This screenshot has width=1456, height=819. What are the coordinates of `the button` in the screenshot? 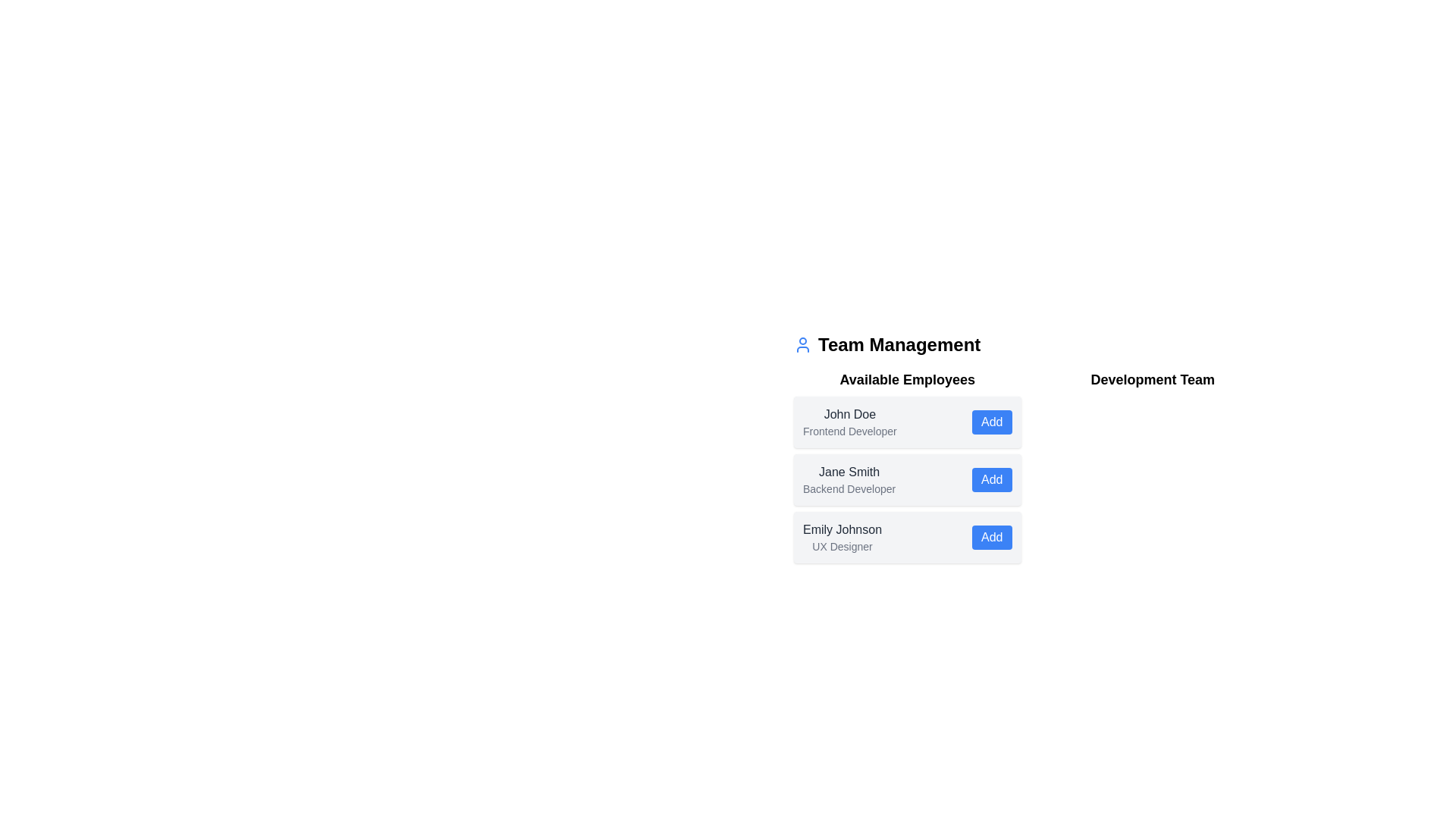 It's located at (992, 479).